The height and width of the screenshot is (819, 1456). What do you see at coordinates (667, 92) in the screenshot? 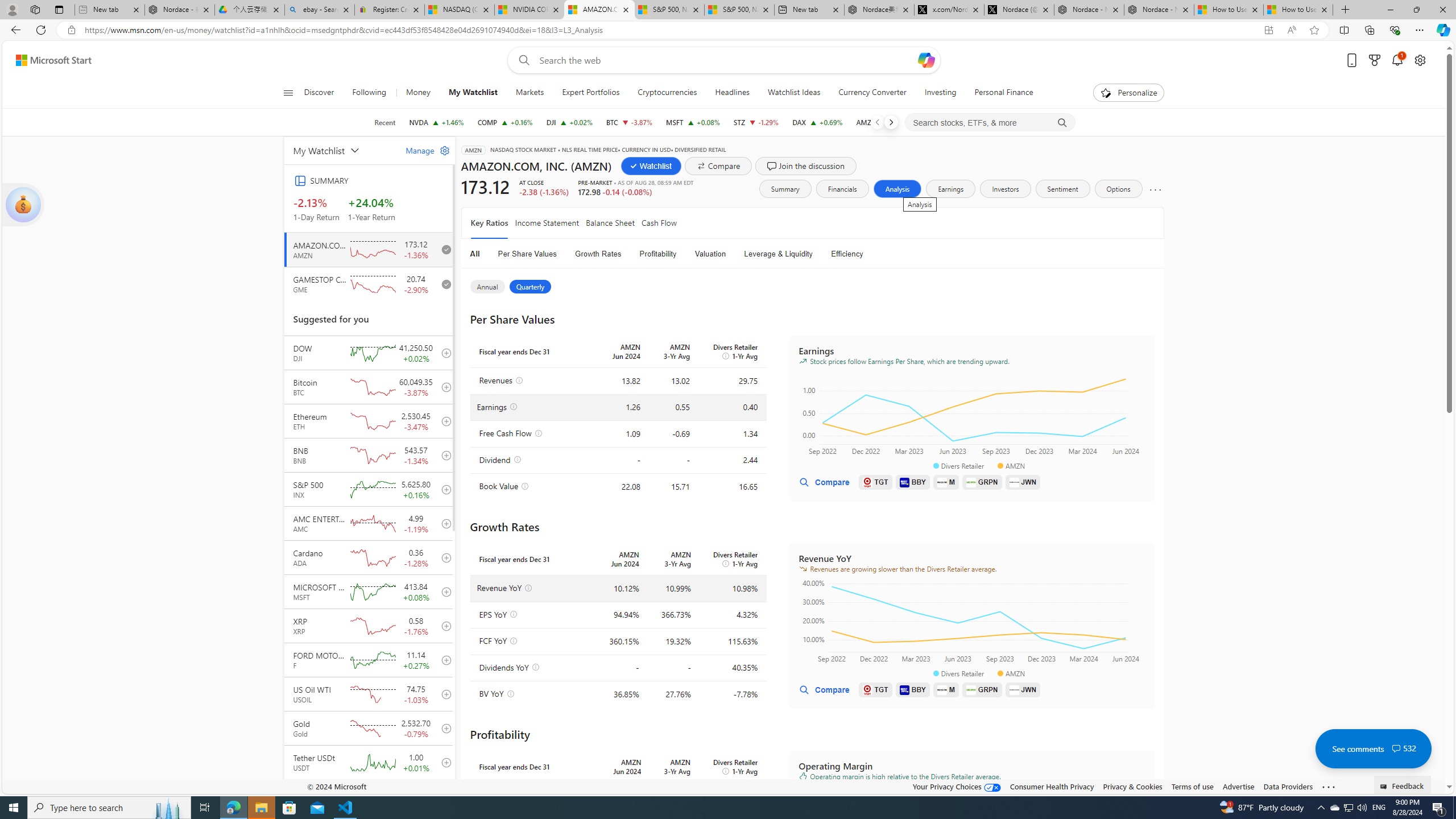
I see `'Cryptocurrencies'` at bounding box center [667, 92].